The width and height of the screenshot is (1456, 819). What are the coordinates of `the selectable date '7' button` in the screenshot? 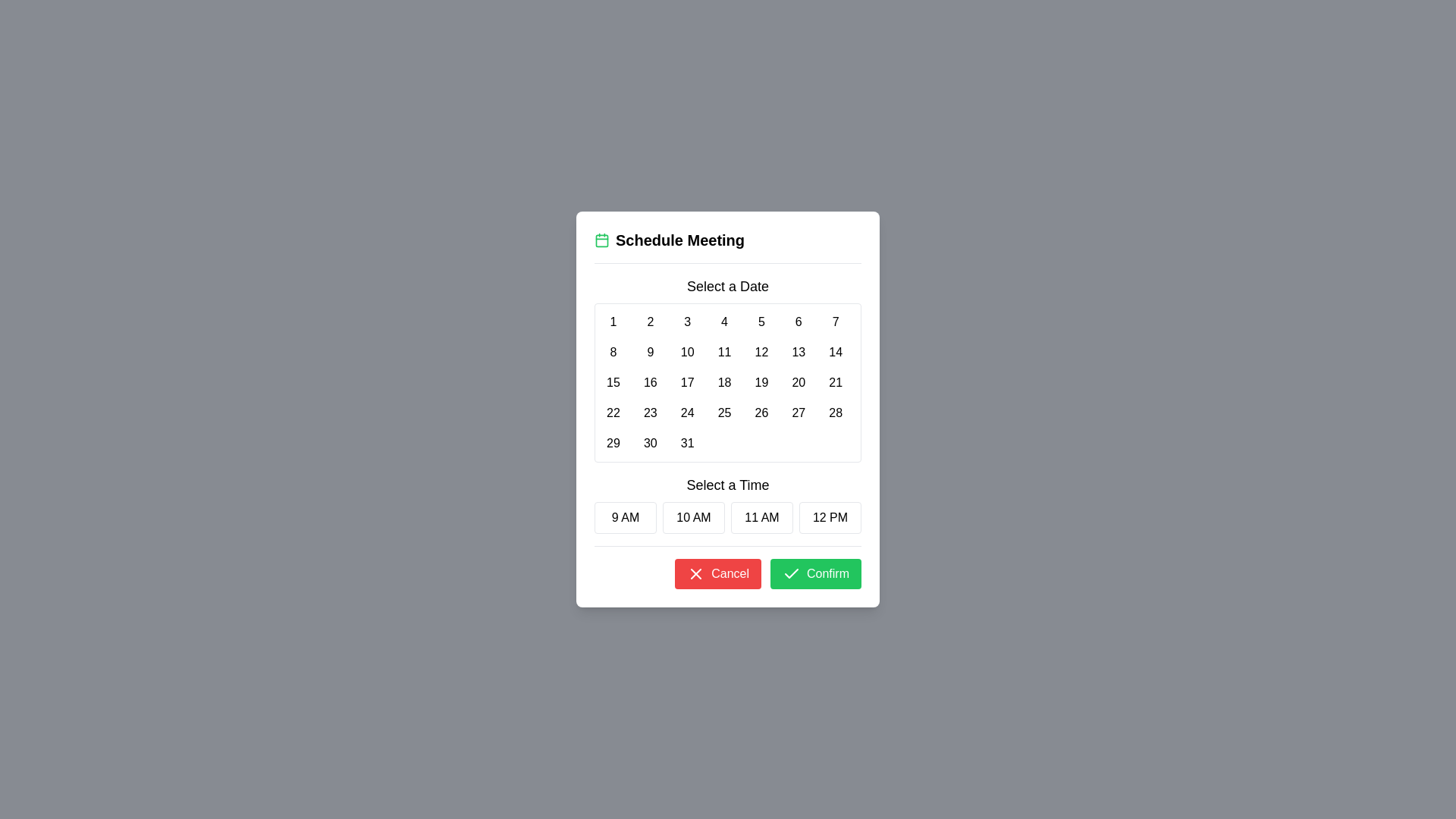 It's located at (835, 321).